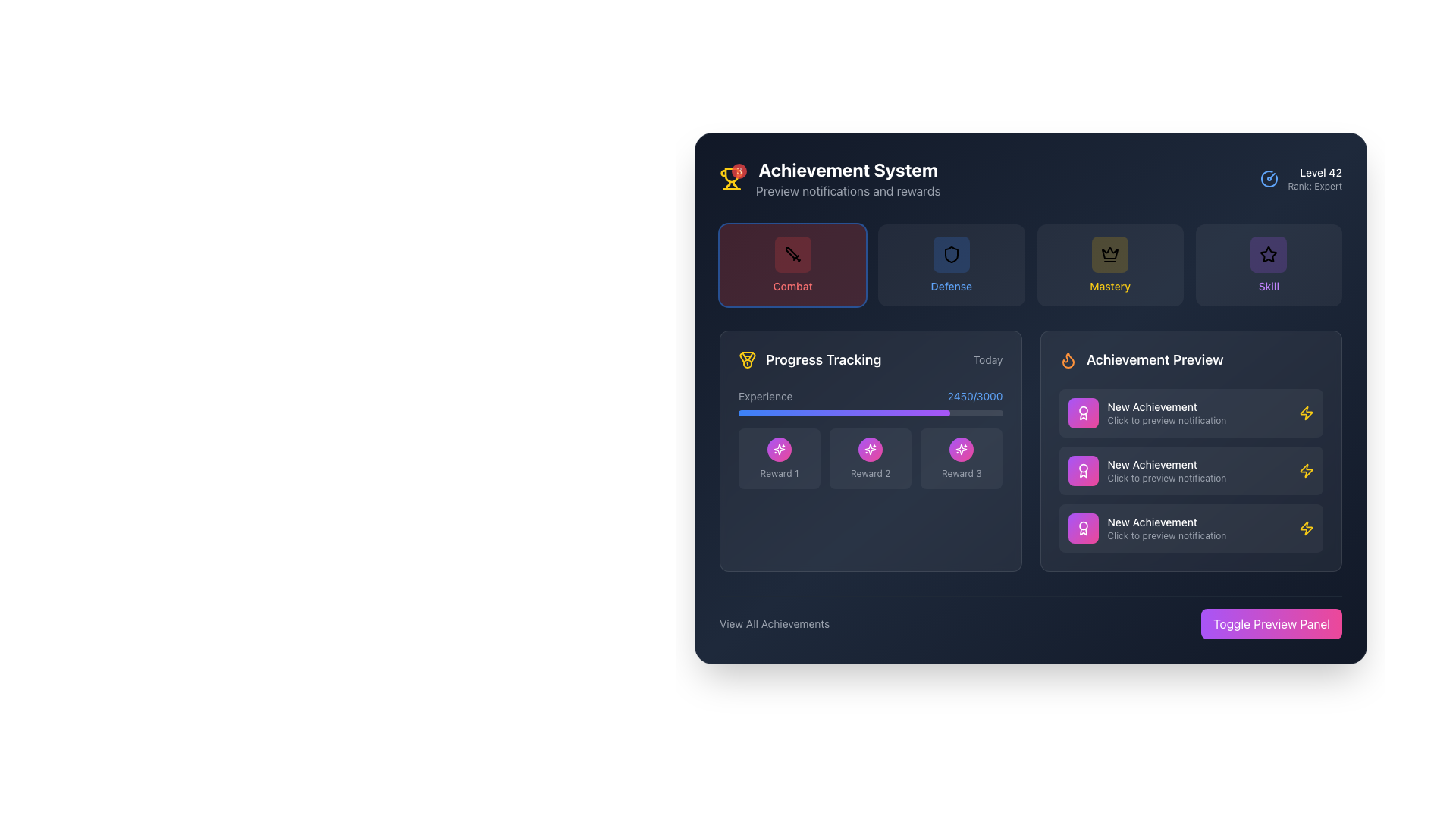  What do you see at coordinates (1314, 171) in the screenshot?
I see `the text label displaying 'Level 42', which is styled in a small white font and located at the top-right corner of the interface` at bounding box center [1314, 171].